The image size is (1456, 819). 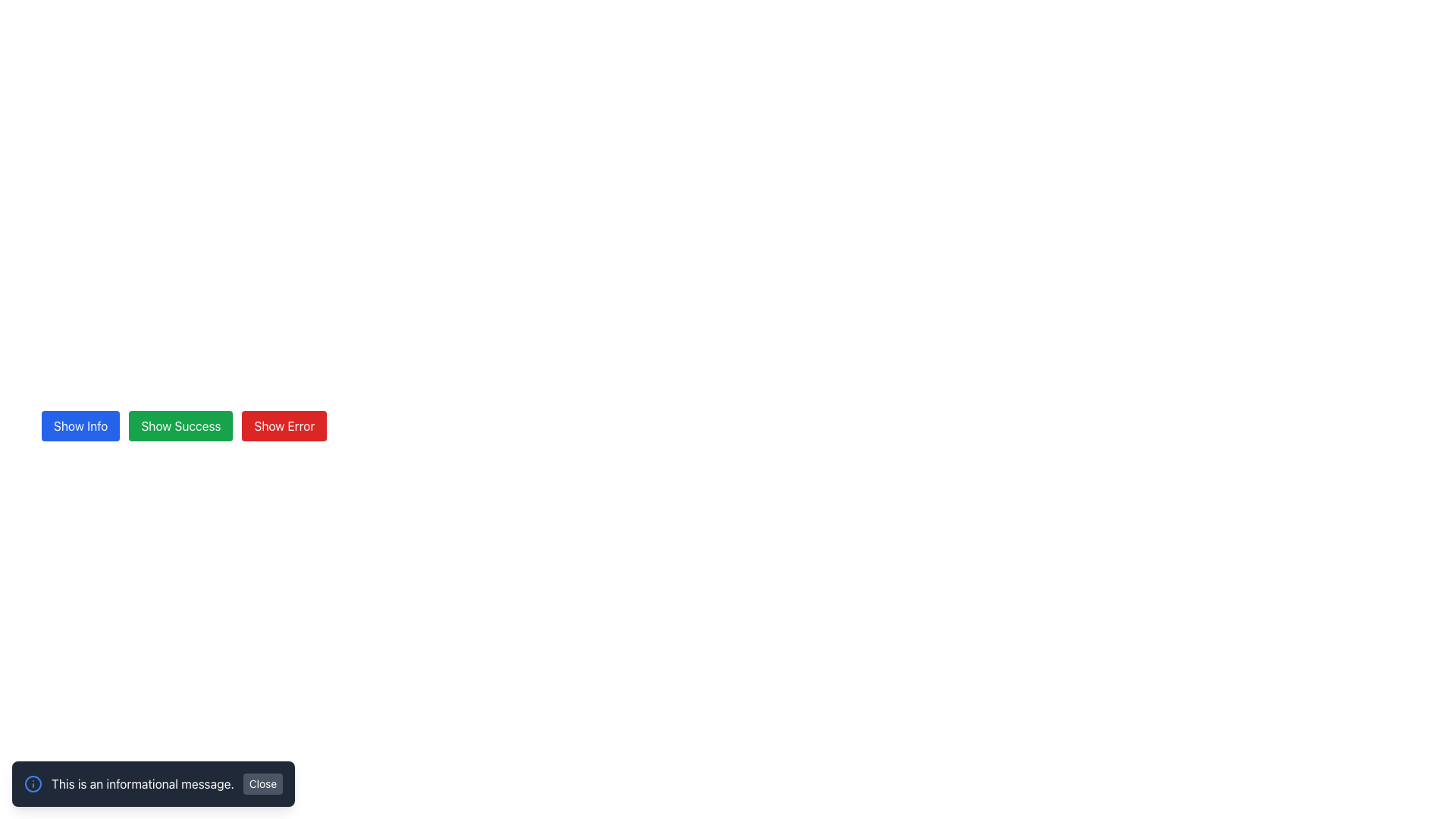 I want to click on the green button labeled 'Show Success', so click(x=180, y=426).